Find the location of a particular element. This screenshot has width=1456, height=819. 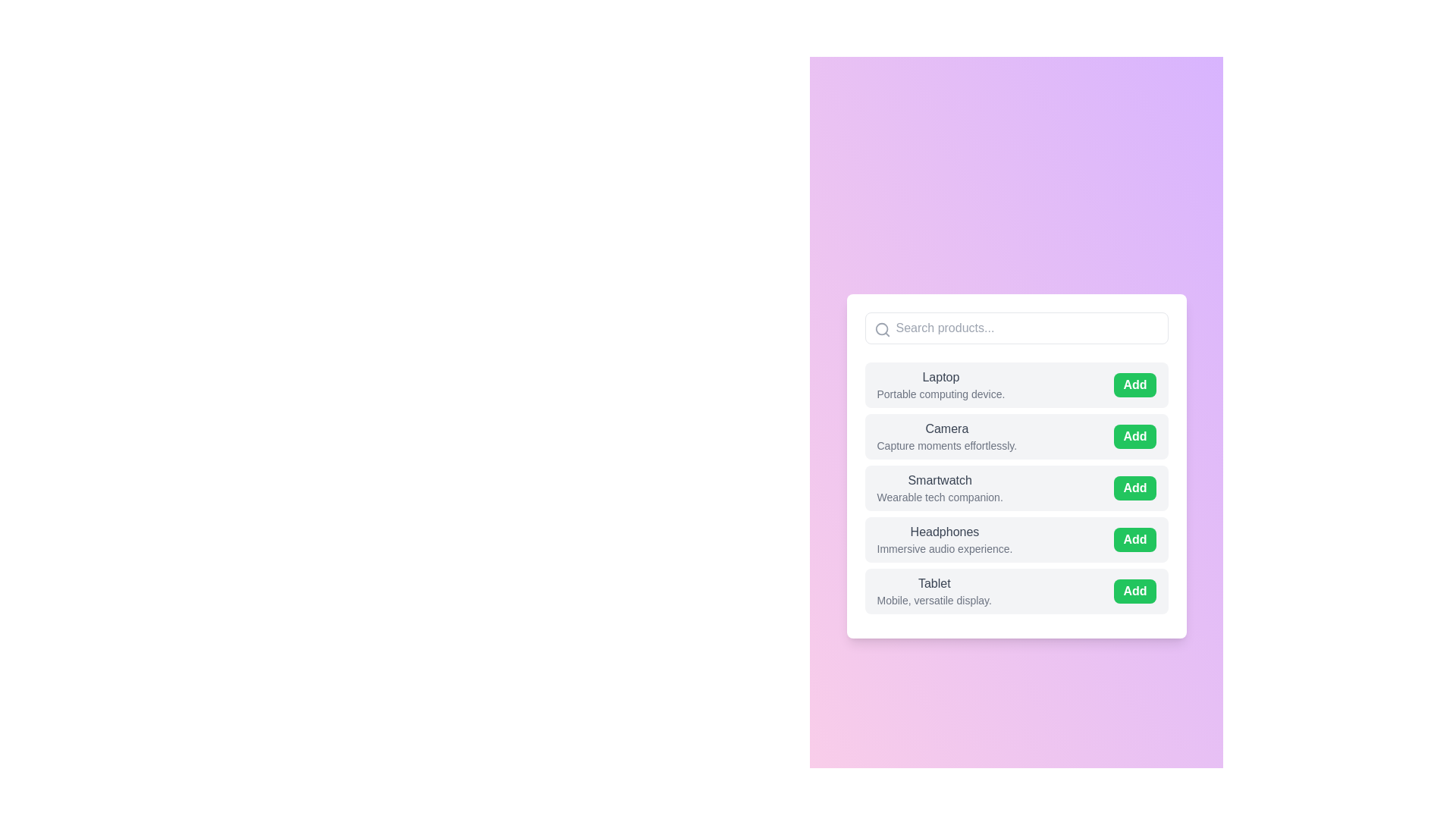

the 'Add Camera' button located on the right side of the row containing the title 'Camera' and subtext 'Capture moments effortlessly' is located at coordinates (1135, 436).